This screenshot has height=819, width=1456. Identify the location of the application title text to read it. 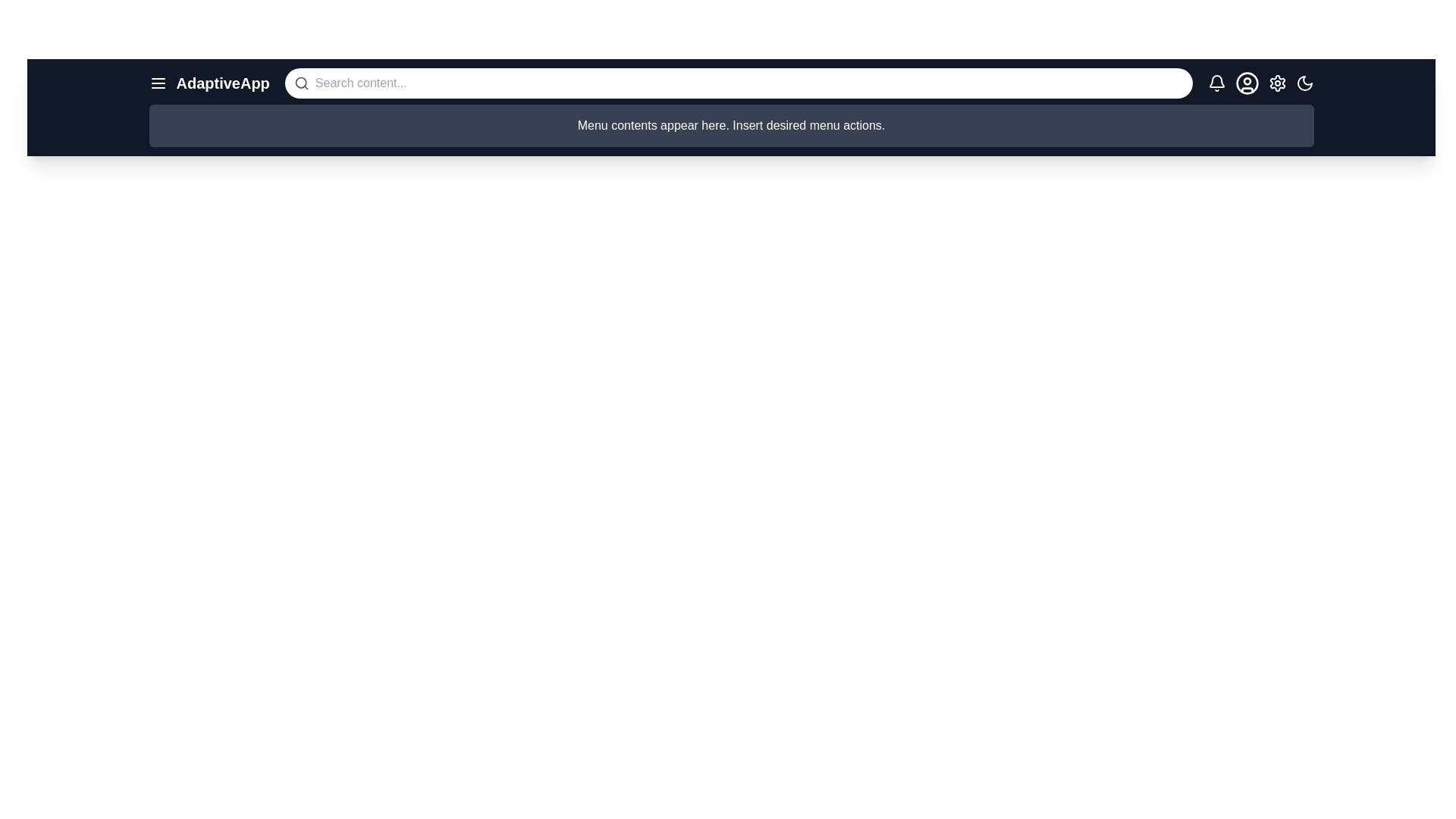
(222, 83).